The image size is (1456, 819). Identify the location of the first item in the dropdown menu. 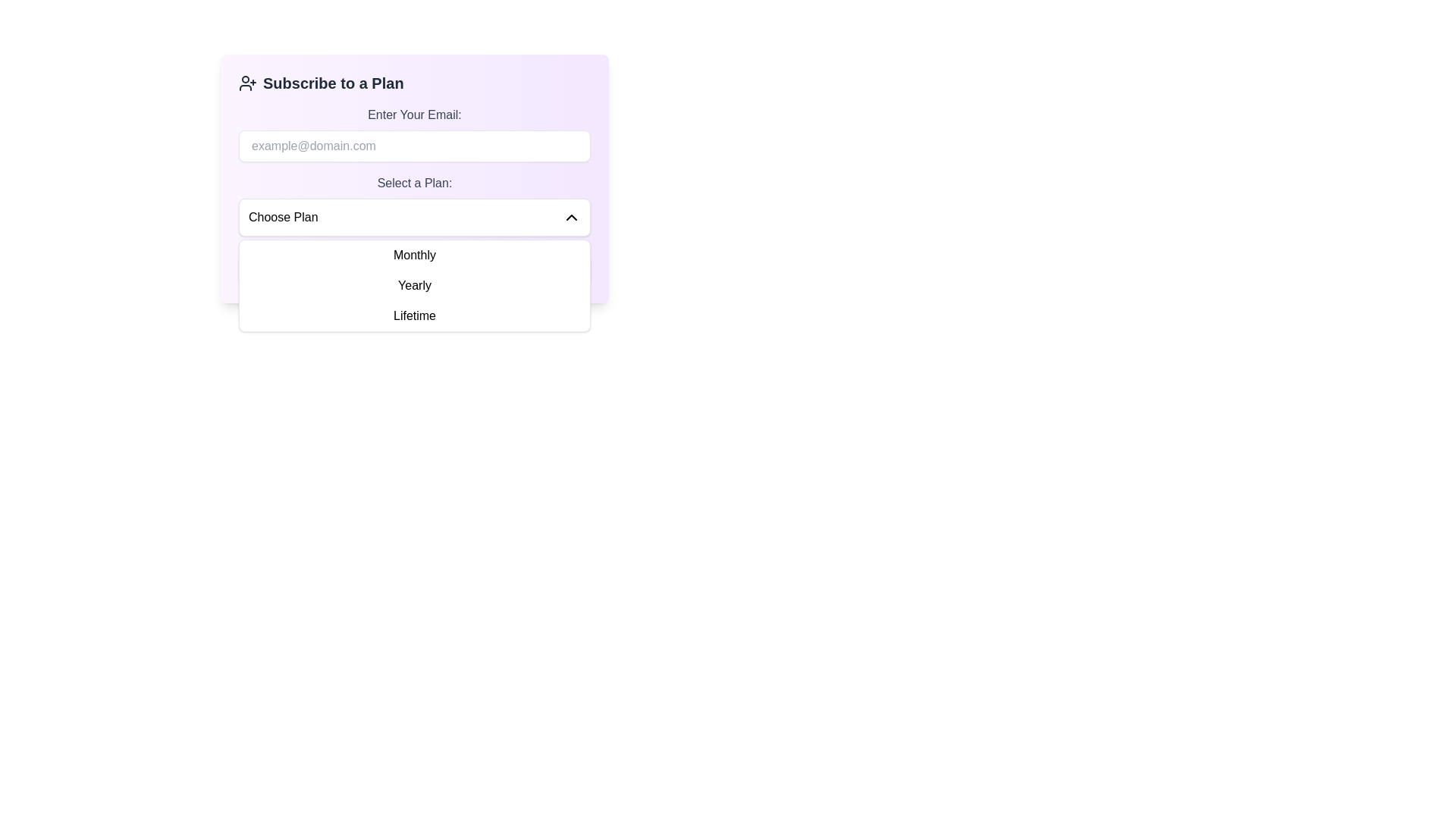
(415, 254).